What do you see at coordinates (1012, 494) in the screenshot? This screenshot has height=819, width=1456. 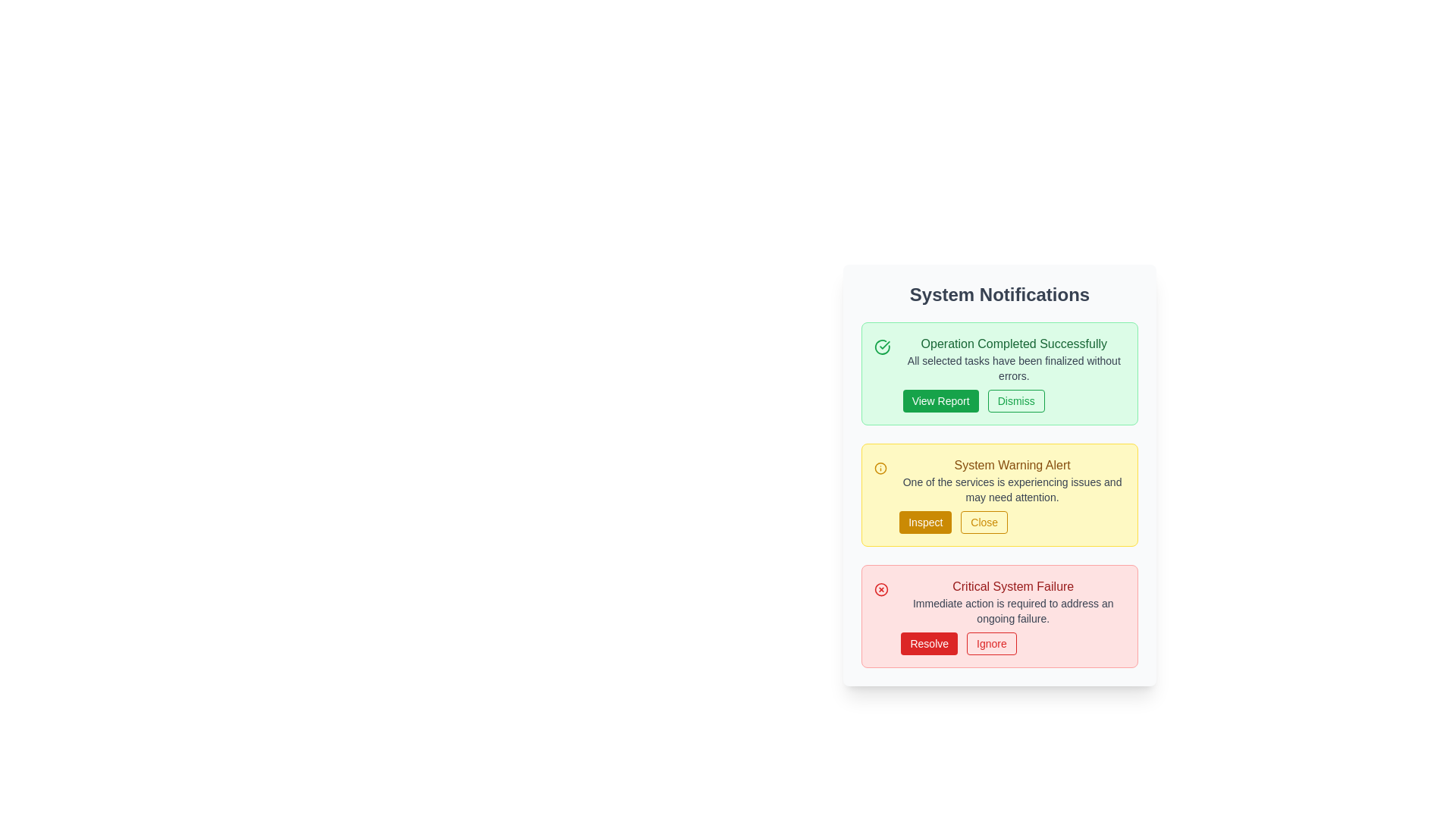 I see `the Notification component with the text 'System Warning Alert'` at bounding box center [1012, 494].